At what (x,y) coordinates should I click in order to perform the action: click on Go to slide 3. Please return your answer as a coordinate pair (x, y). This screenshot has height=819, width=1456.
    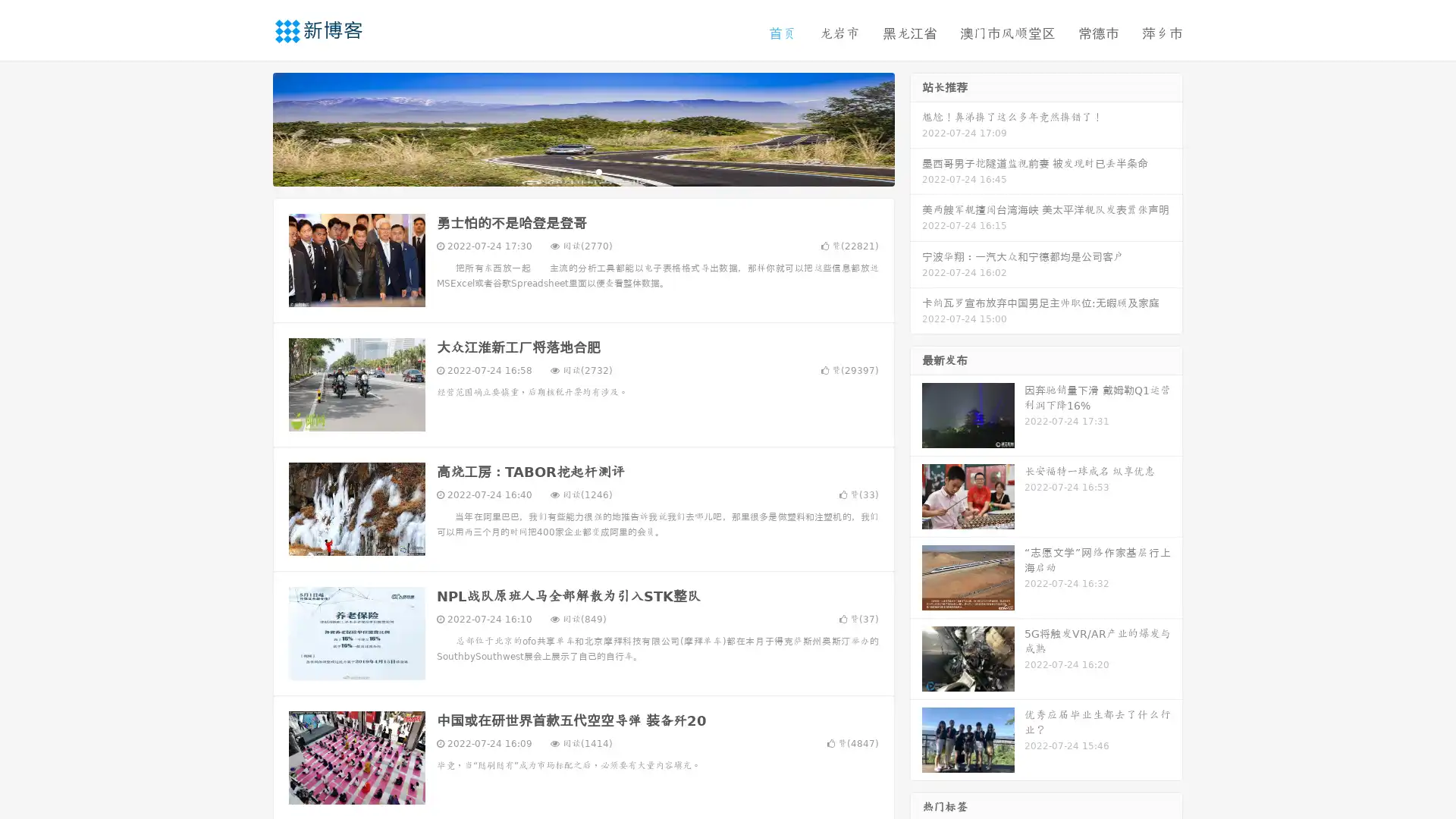
    Looking at the image, I should click on (598, 171).